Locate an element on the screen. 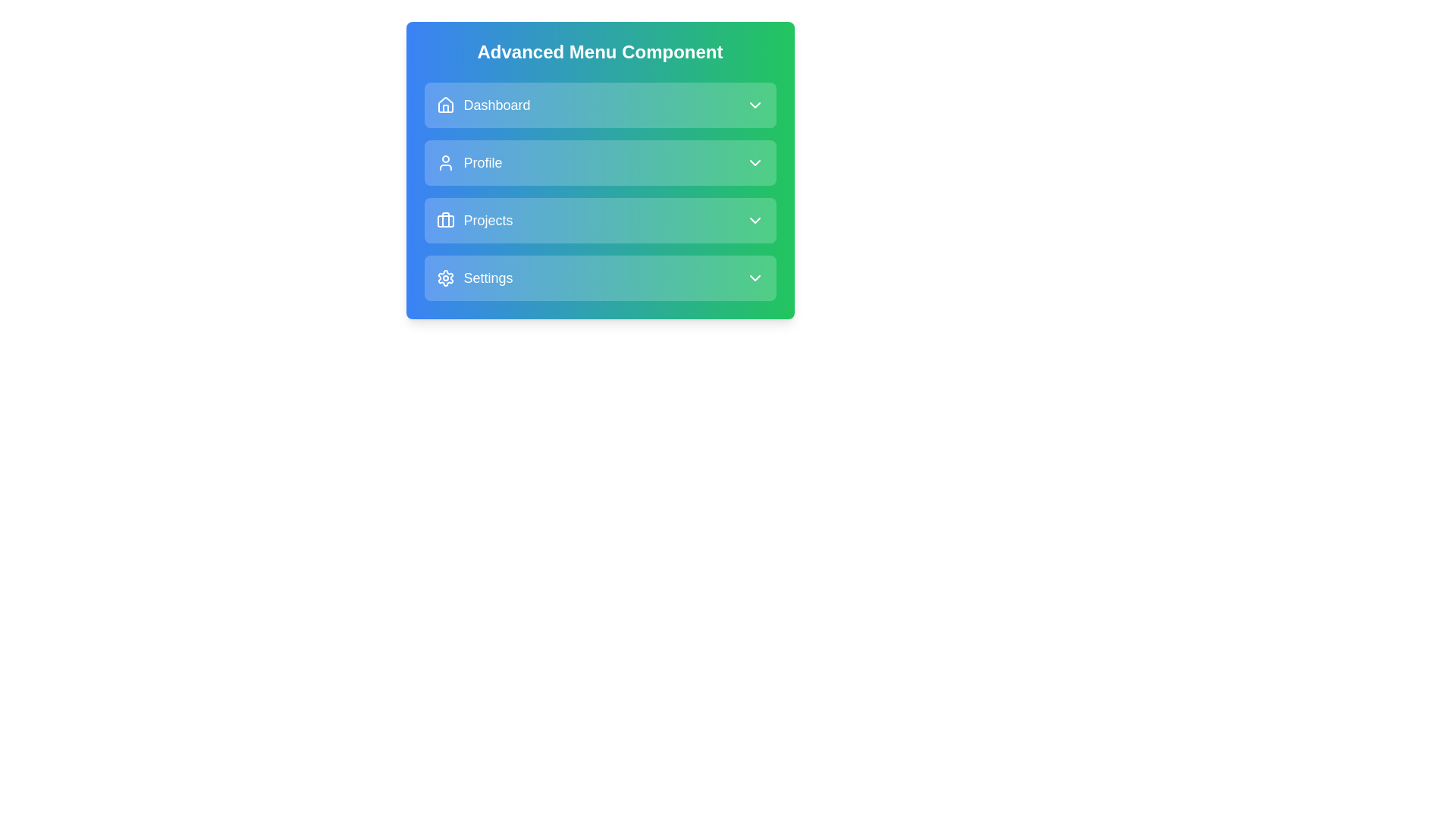 The height and width of the screenshot is (819, 1456). the 'Settings' static text label which is the fourth item in the vertical list of menu options within the 'Advanced Menu Component' is located at coordinates (488, 278).